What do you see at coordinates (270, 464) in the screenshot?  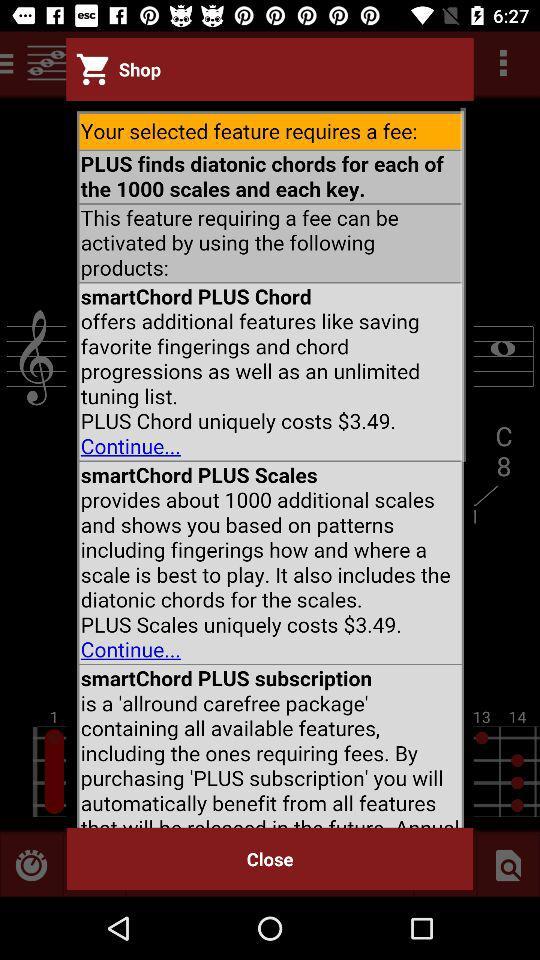 I see `scroll page` at bounding box center [270, 464].